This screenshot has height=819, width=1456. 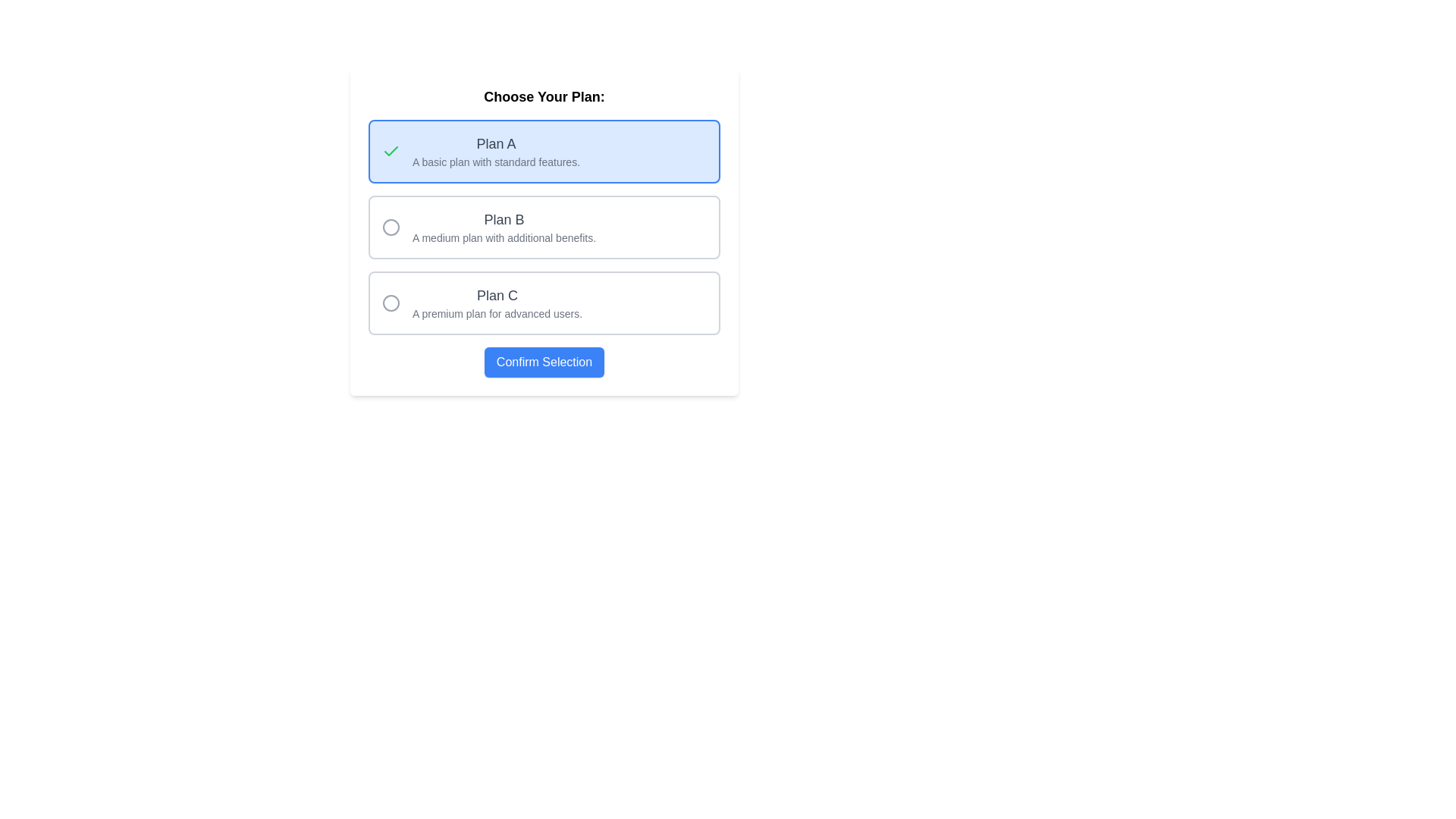 I want to click on to select the option associated with 'Plan B', which is the second option in the vertical list of selectable plans, so click(x=504, y=227).